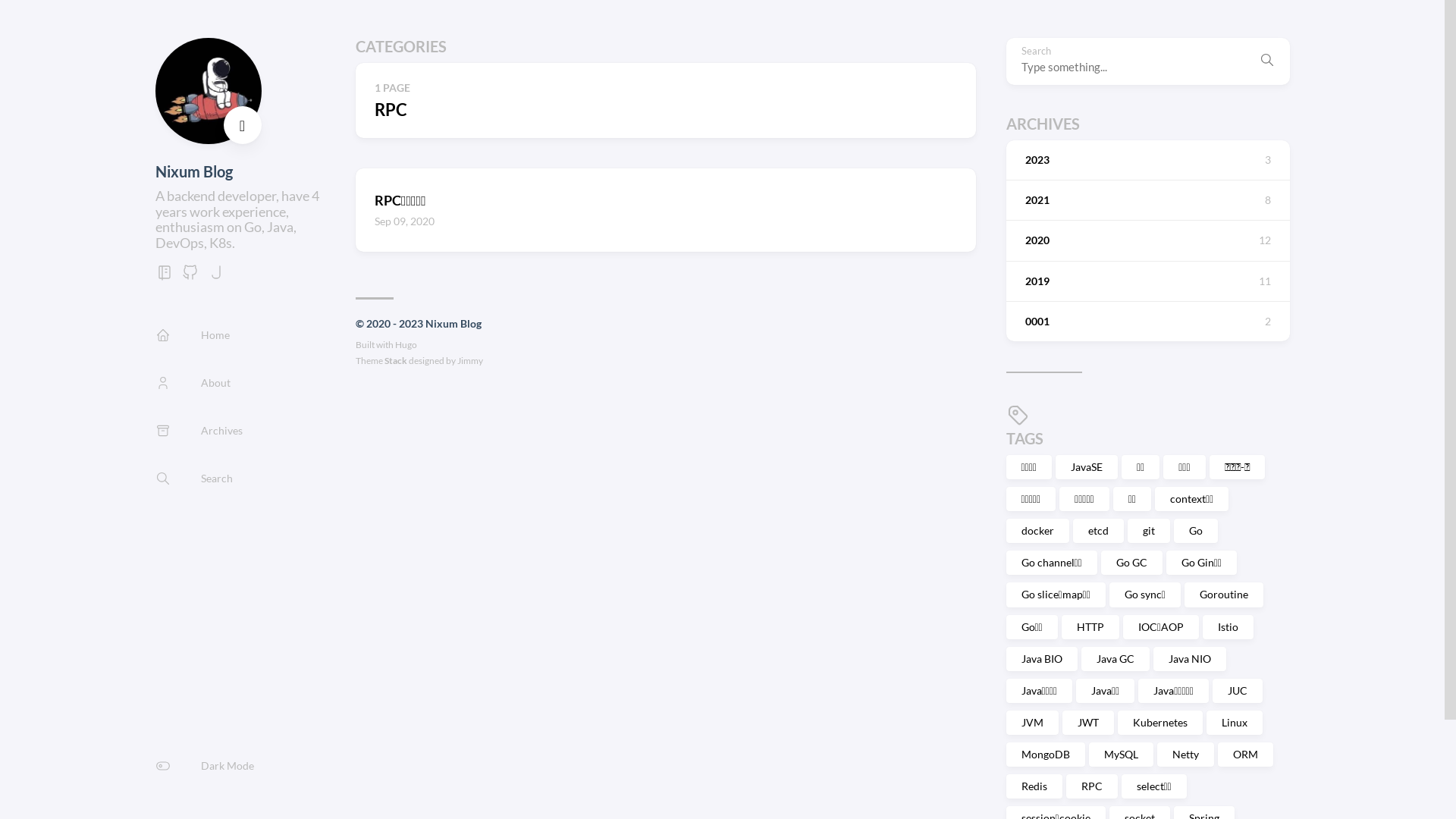 This screenshot has height=819, width=1456. I want to click on 'MongoDB', so click(1043, 755).